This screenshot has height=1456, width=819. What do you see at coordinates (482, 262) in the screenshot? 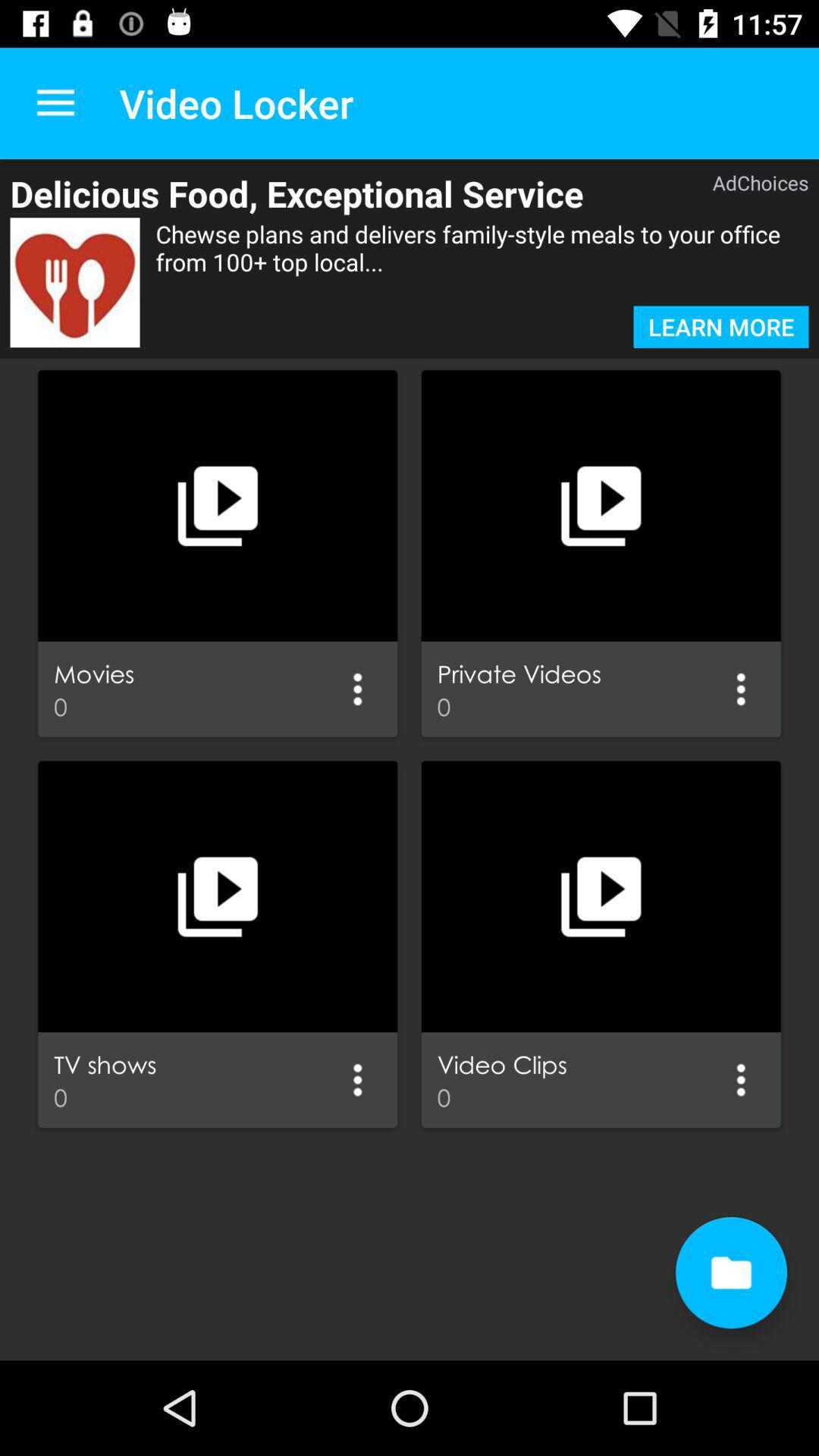
I see `the chewse plans and item` at bounding box center [482, 262].